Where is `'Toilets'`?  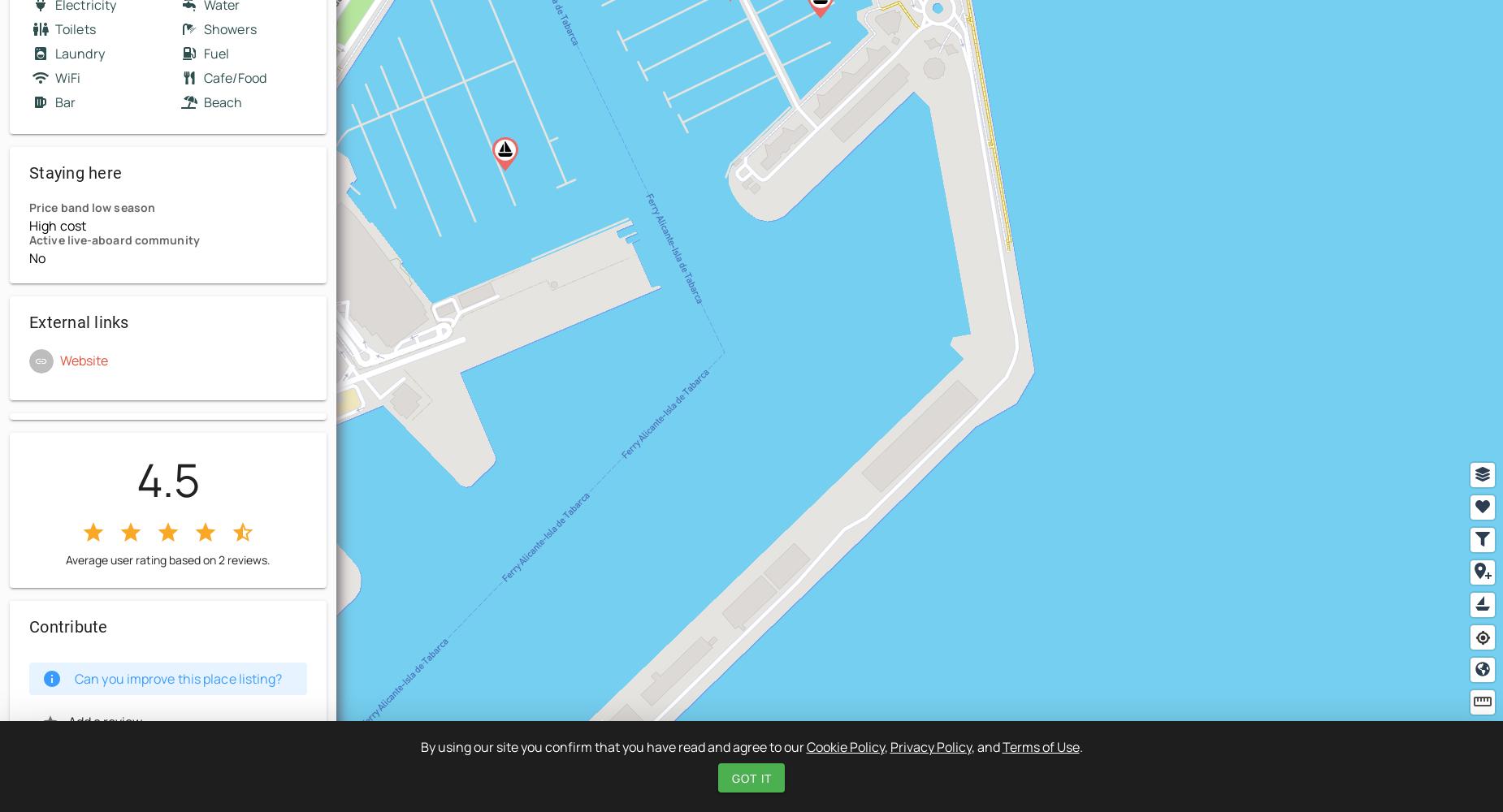 'Toilets' is located at coordinates (74, 29).